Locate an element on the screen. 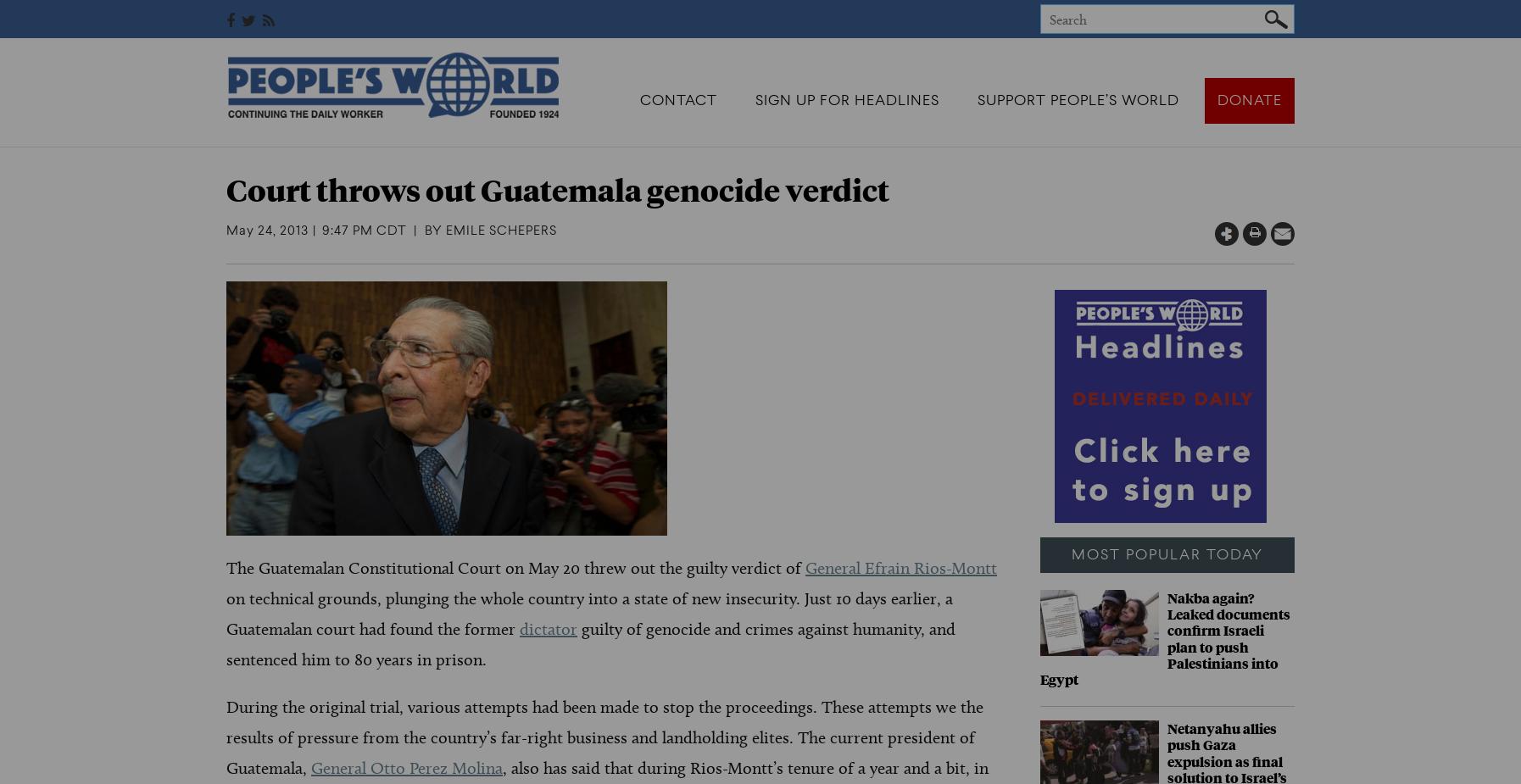 This screenshot has width=1521, height=784. 'dictator' is located at coordinates (520, 629).